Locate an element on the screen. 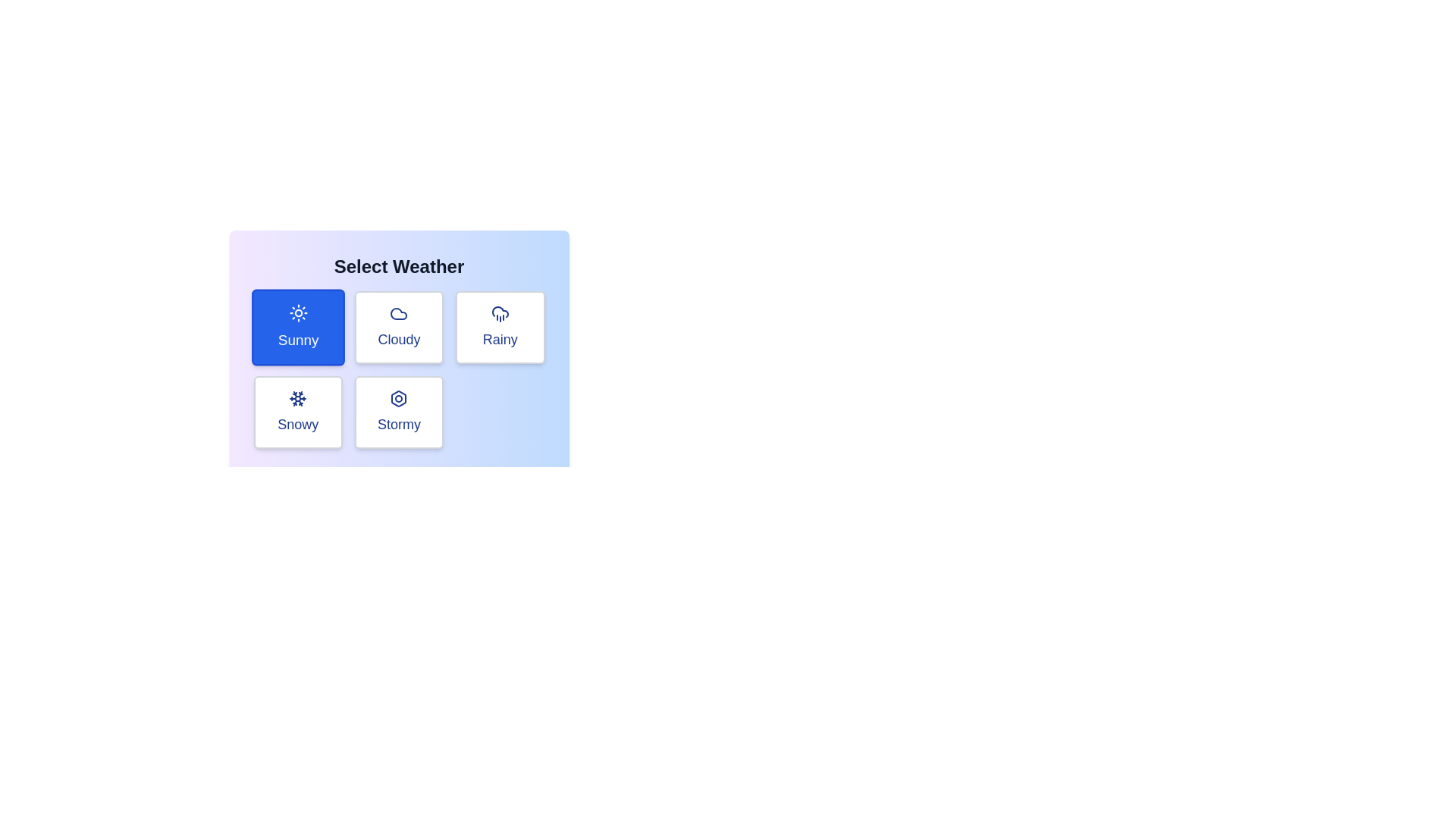 The width and height of the screenshot is (1456, 819). the weather selection interface to choose a weather condition is located at coordinates (399, 371).